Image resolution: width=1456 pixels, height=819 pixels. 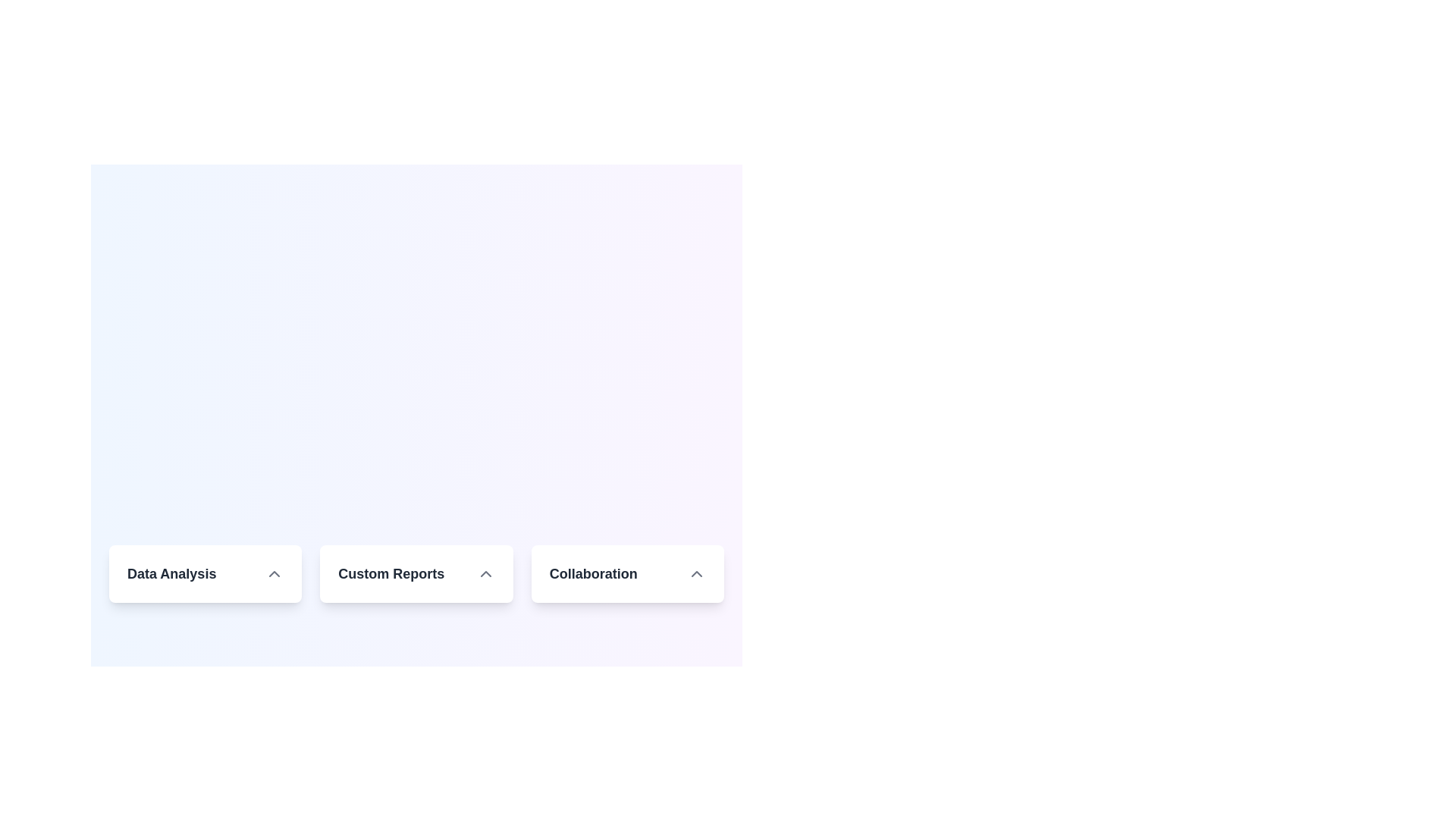 I want to click on the chevron-up icon located to the right of 'Custom Reports', so click(x=485, y=573).